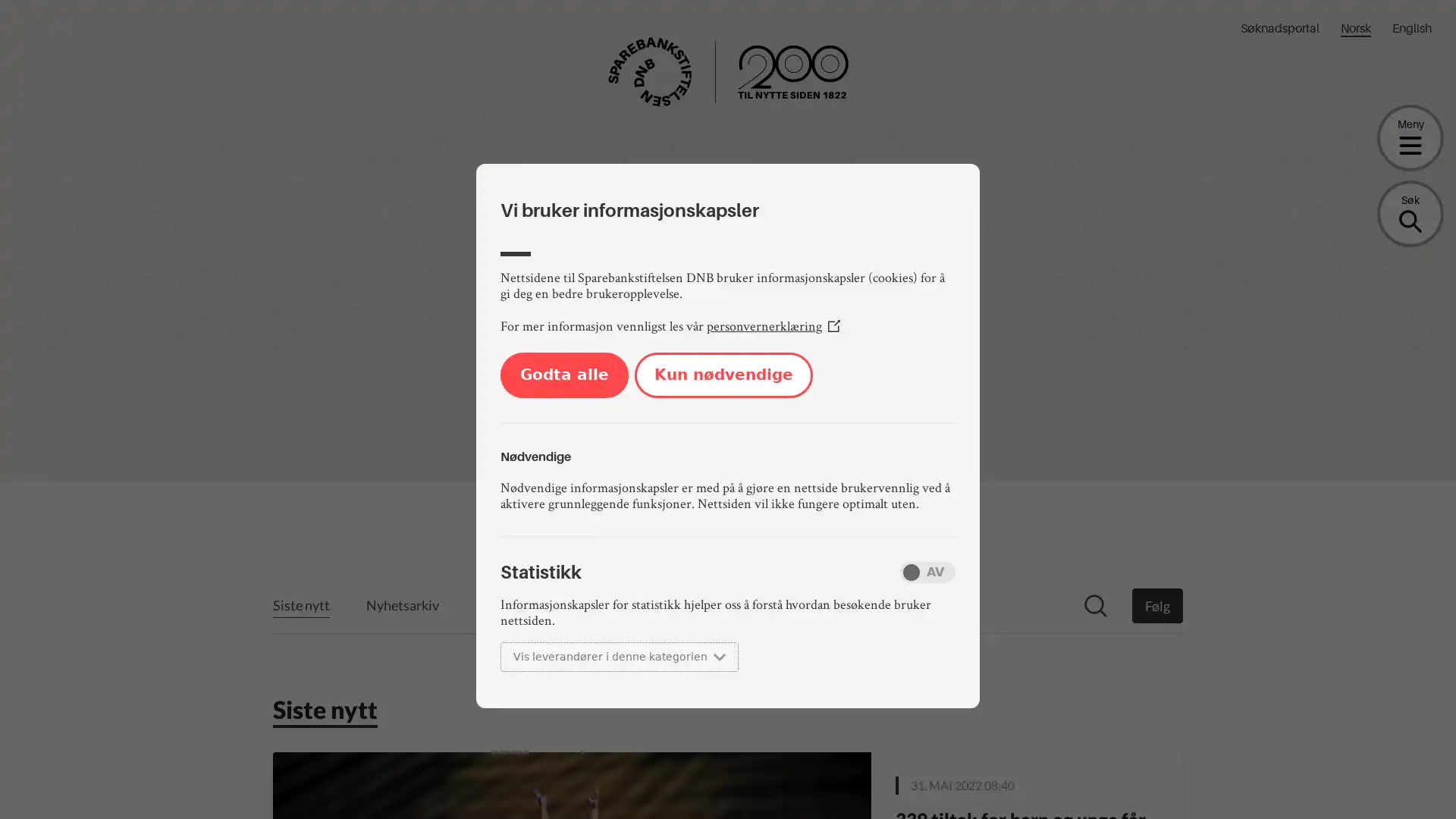  Describe the element at coordinates (619, 656) in the screenshot. I see `Vis leverandrer i denne kategorien` at that location.